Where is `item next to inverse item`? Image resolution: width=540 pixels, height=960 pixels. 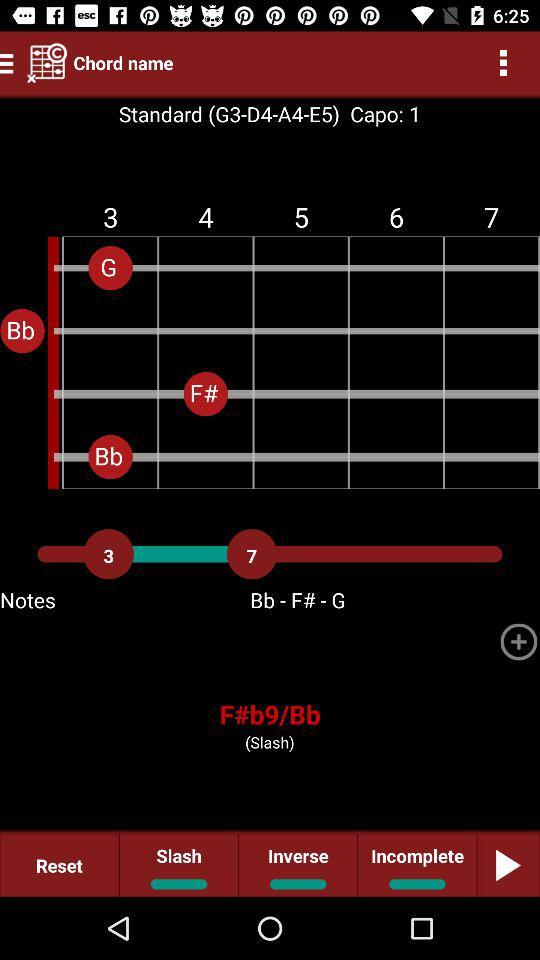 item next to inverse item is located at coordinates (416, 864).